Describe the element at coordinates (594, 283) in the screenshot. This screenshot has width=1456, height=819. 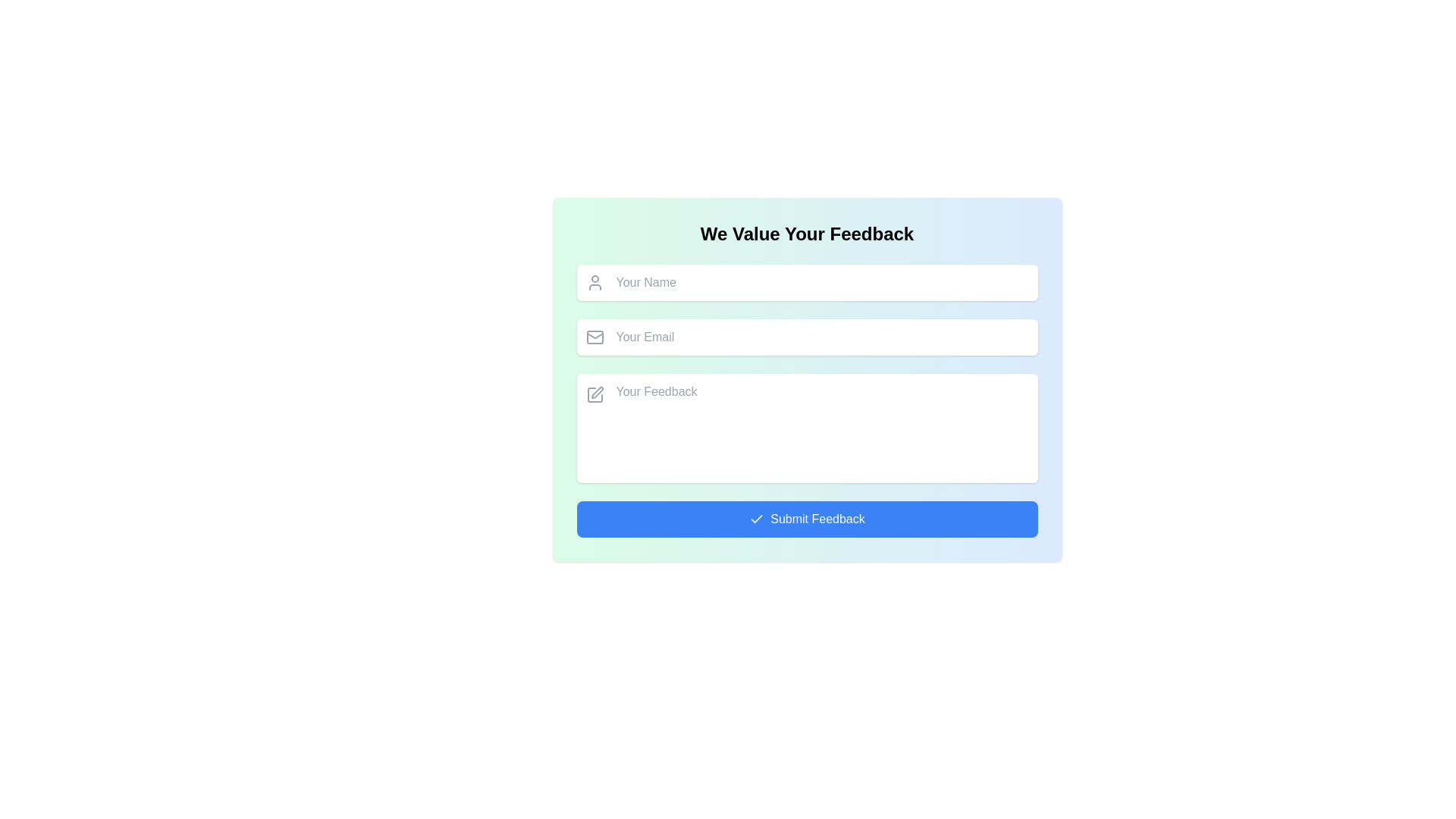
I see `the user avatar icon, which is styled in a simple line-drawing format and located next to the input field labeled 'Your Name'` at that location.